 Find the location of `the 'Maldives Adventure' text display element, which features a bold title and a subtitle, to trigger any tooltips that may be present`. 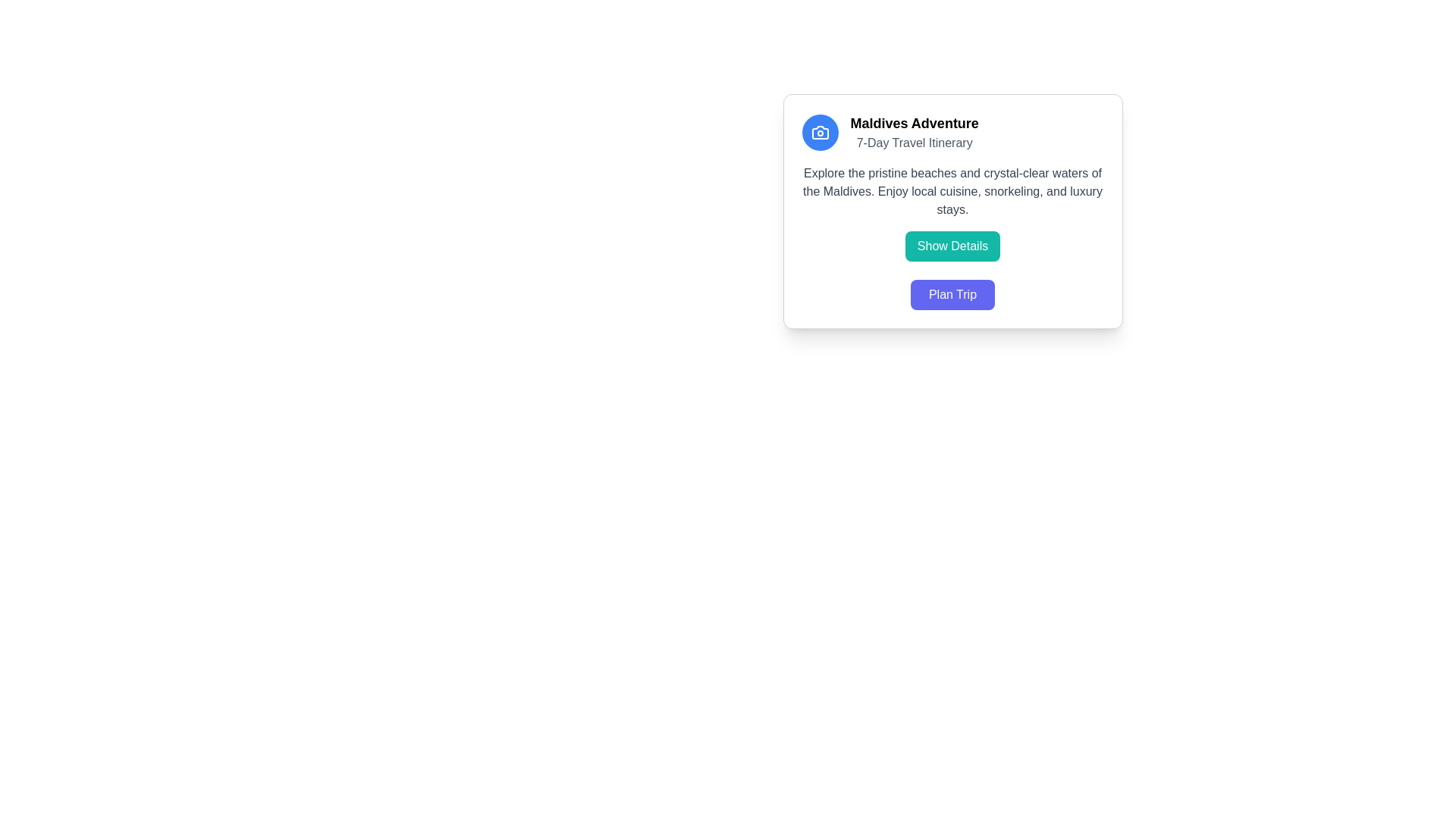

the 'Maldives Adventure' text display element, which features a bold title and a subtitle, to trigger any tooltips that may be present is located at coordinates (914, 131).